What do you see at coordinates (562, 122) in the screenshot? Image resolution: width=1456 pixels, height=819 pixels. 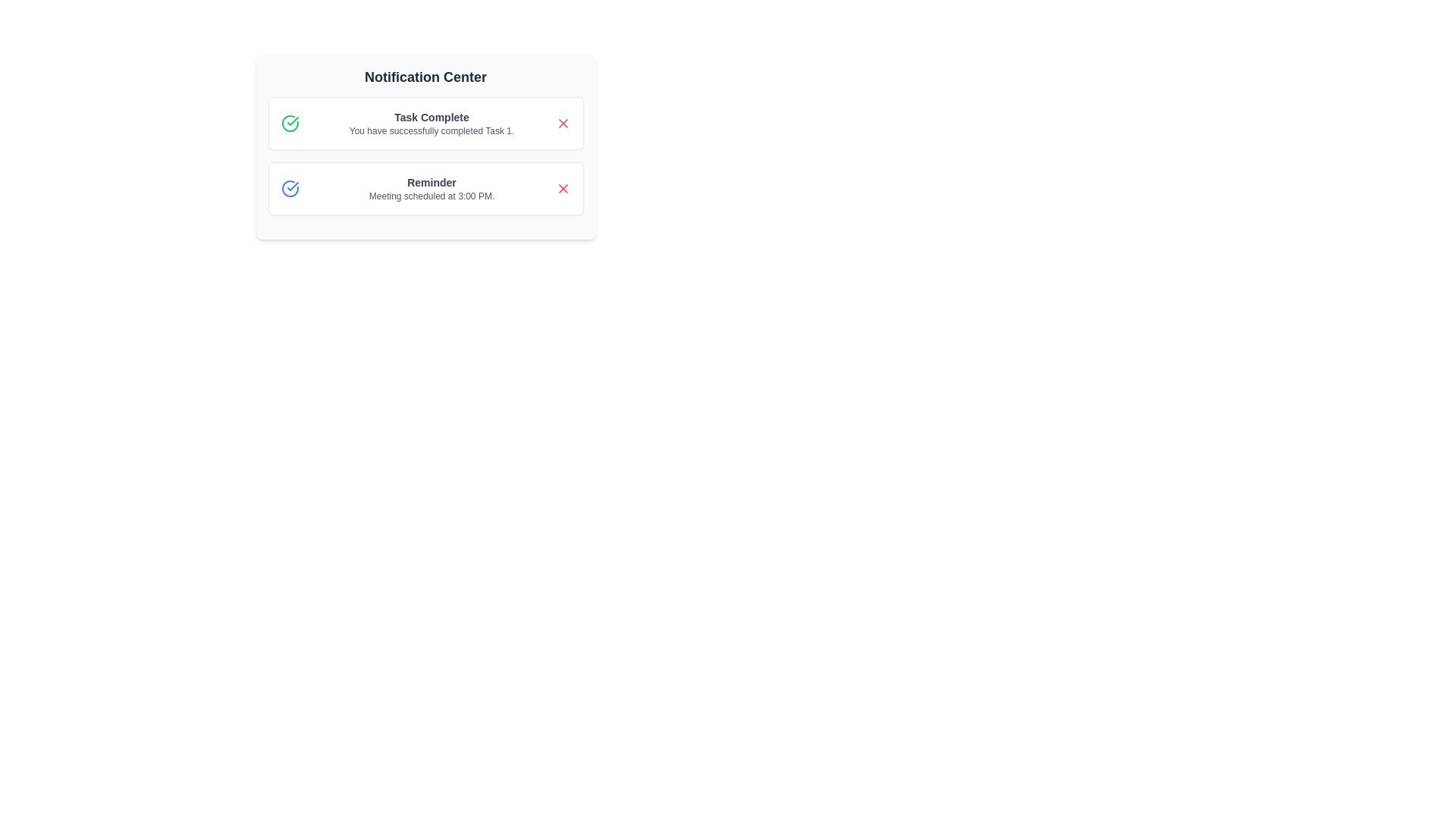 I see `the close icon button located at the top-right corner of the notification card to change its color` at bounding box center [562, 122].